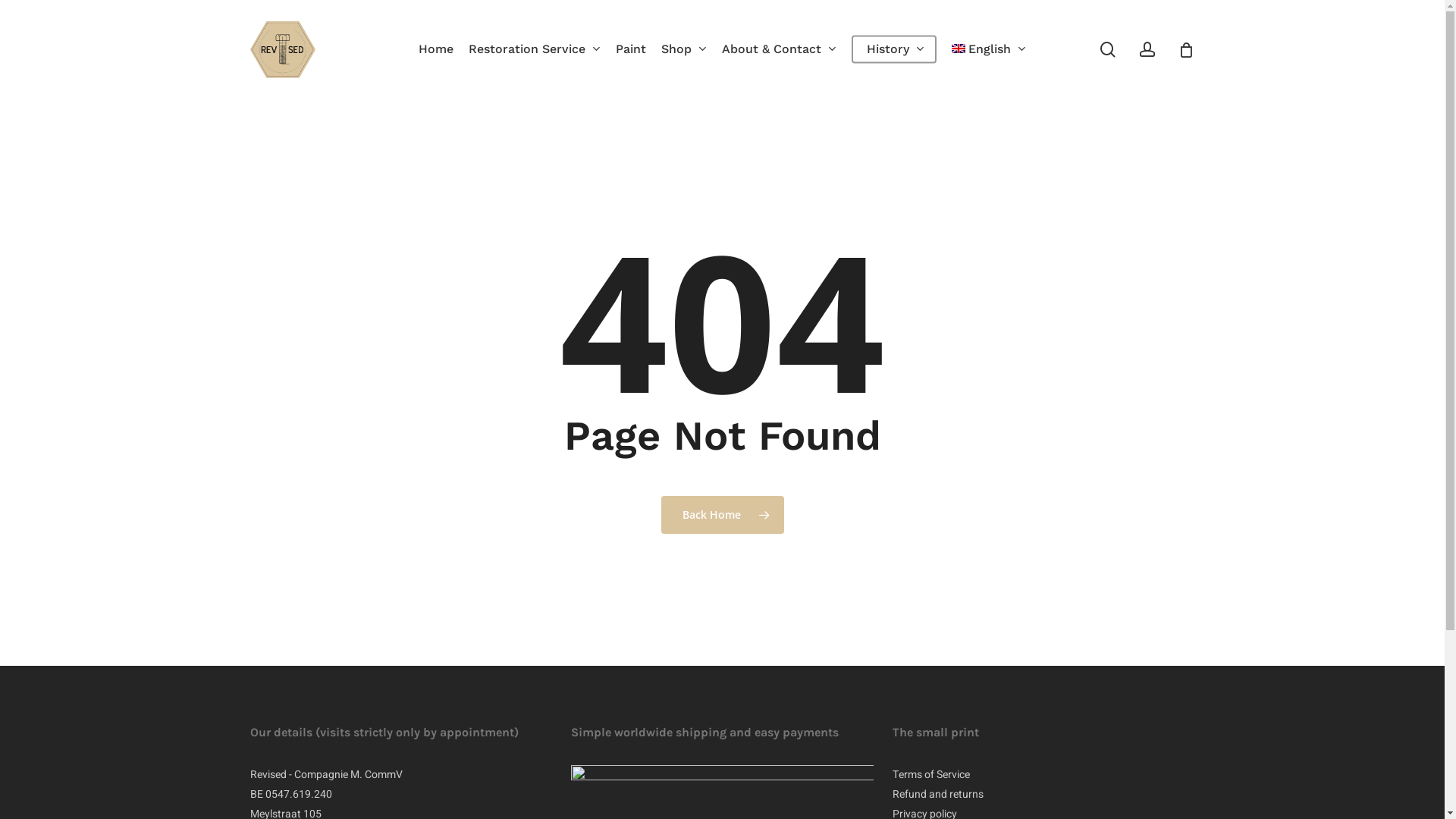 This screenshot has width=1456, height=819. Describe the element at coordinates (989, 49) in the screenshot. I see `'English'` at that location.